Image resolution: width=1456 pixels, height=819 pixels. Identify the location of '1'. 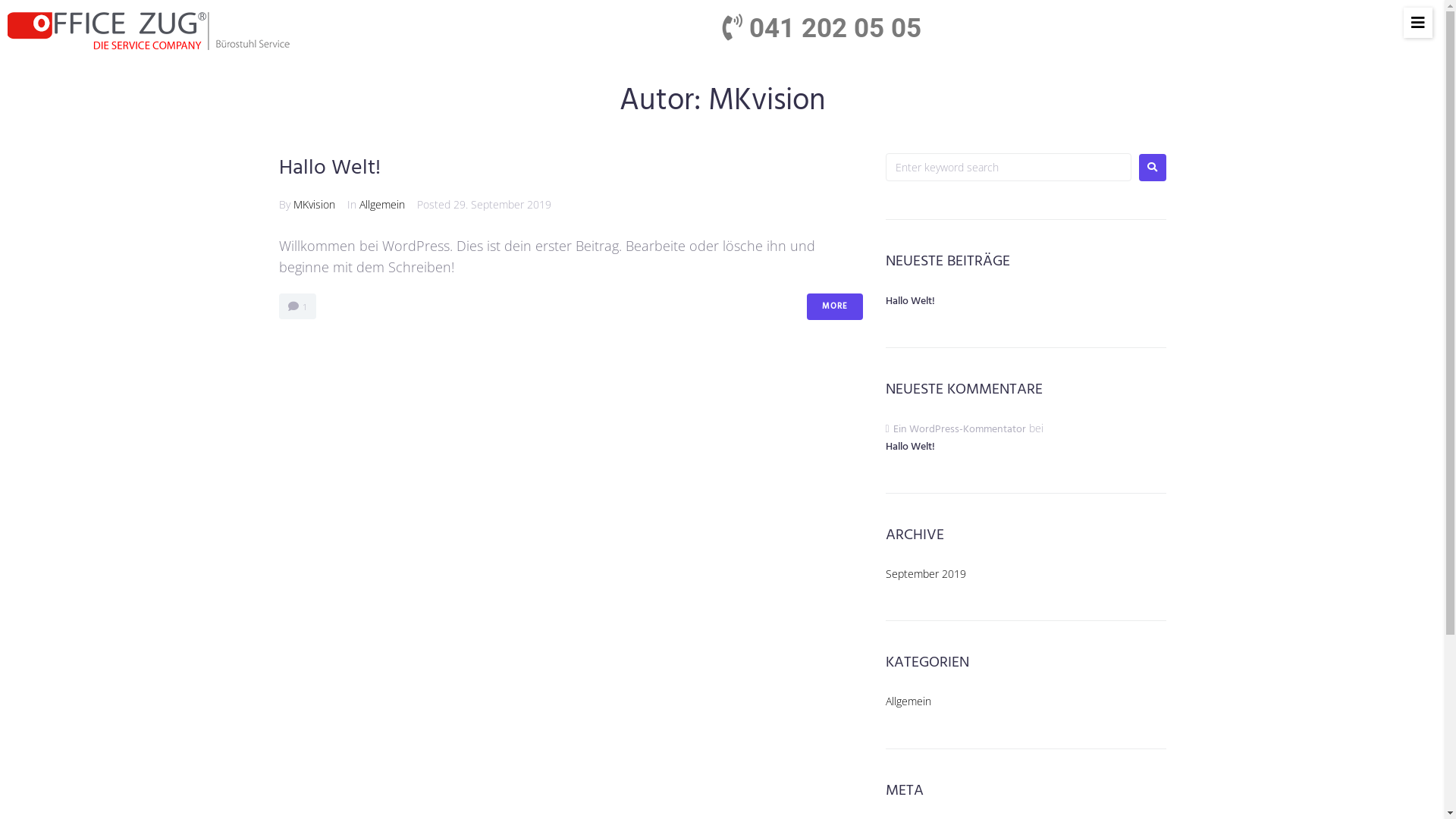
(297, 306).